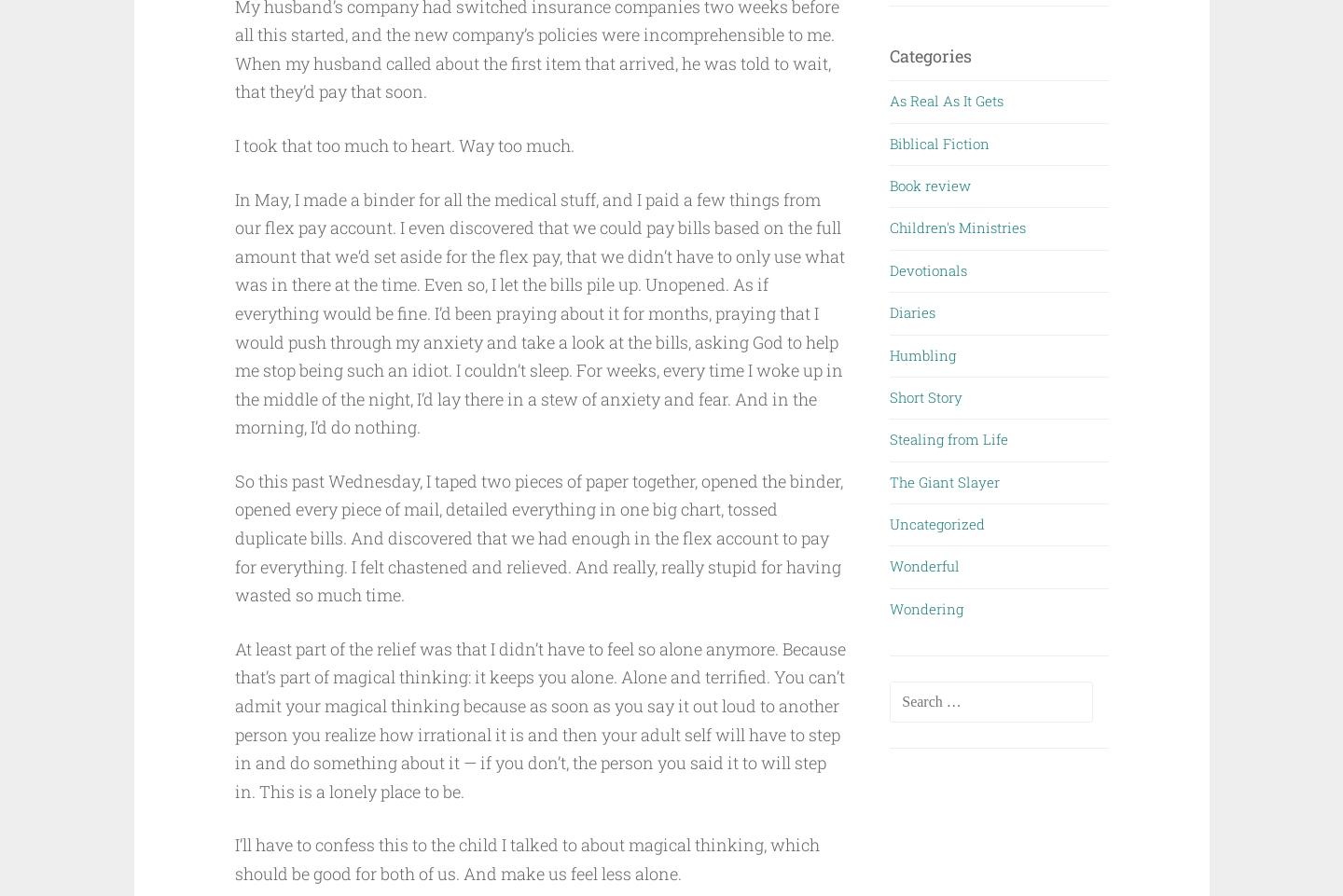  I want to click on 'Biblical Fiction', so click(890, 141).